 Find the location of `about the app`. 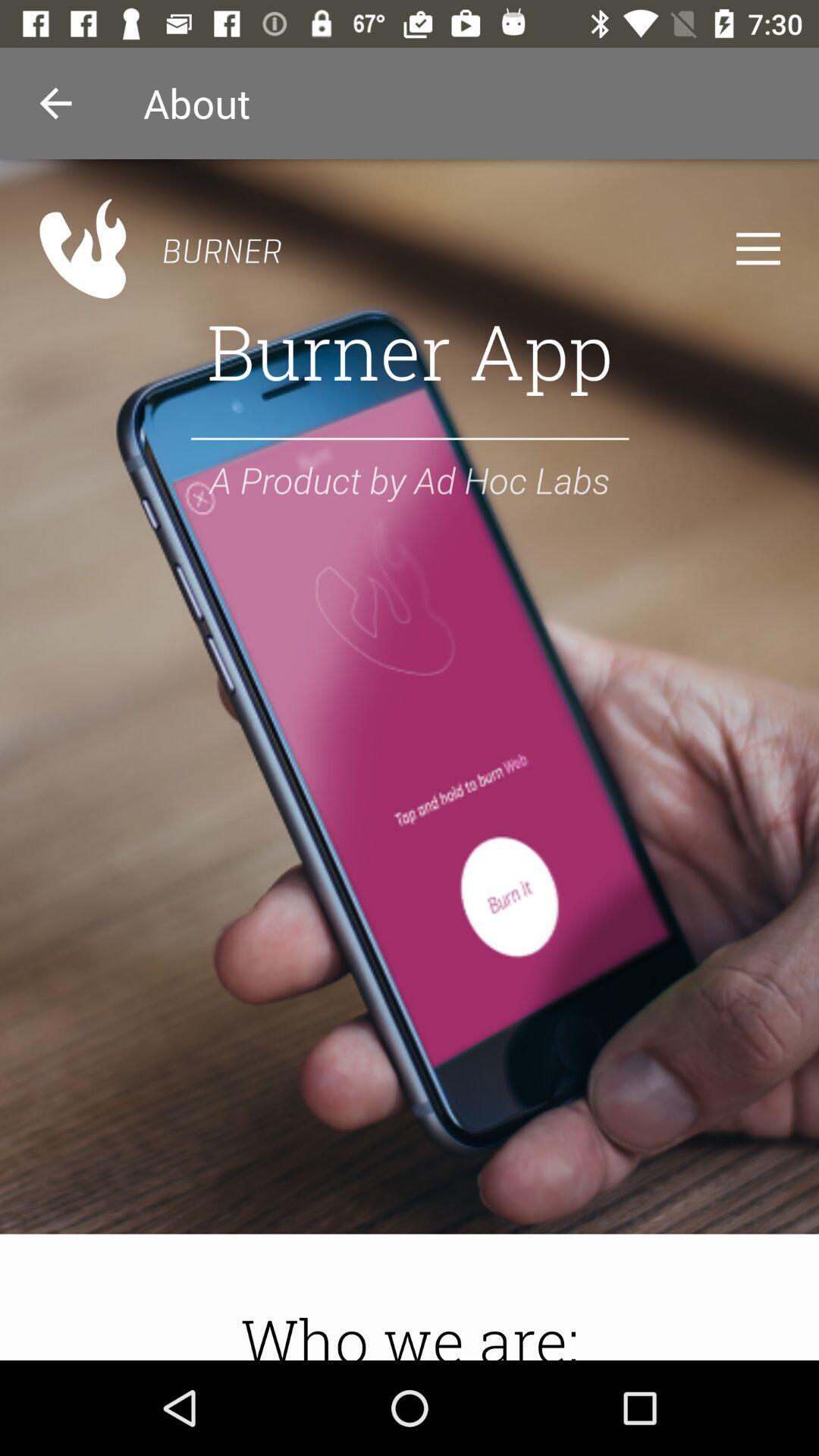

about the app is located at coordinates (409, 760).